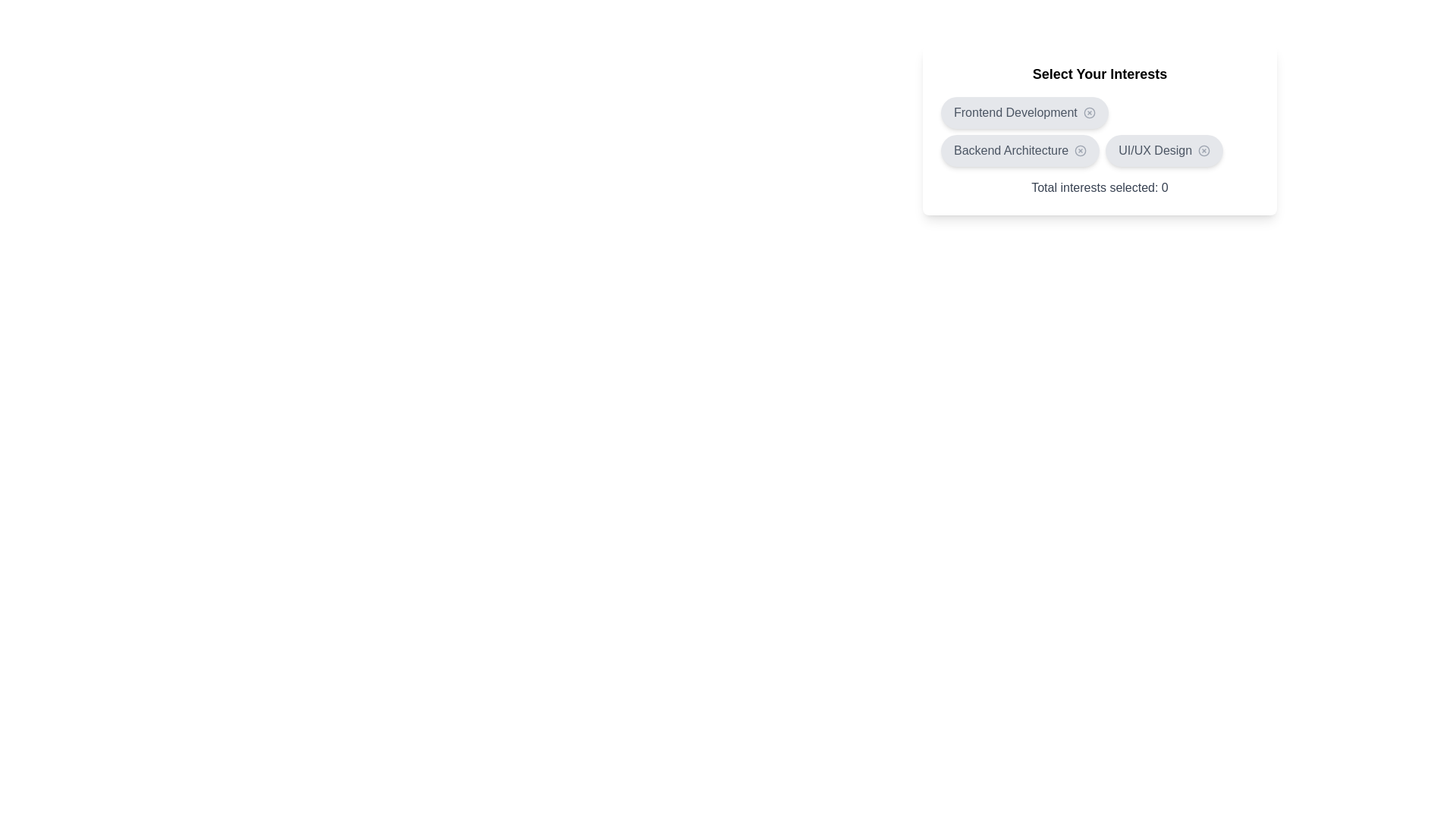 Image resolution: width=1456 pixels, height=819 pixels. I want to click on the 'X' button on the Frontend Development tag, so click(1025, 112).